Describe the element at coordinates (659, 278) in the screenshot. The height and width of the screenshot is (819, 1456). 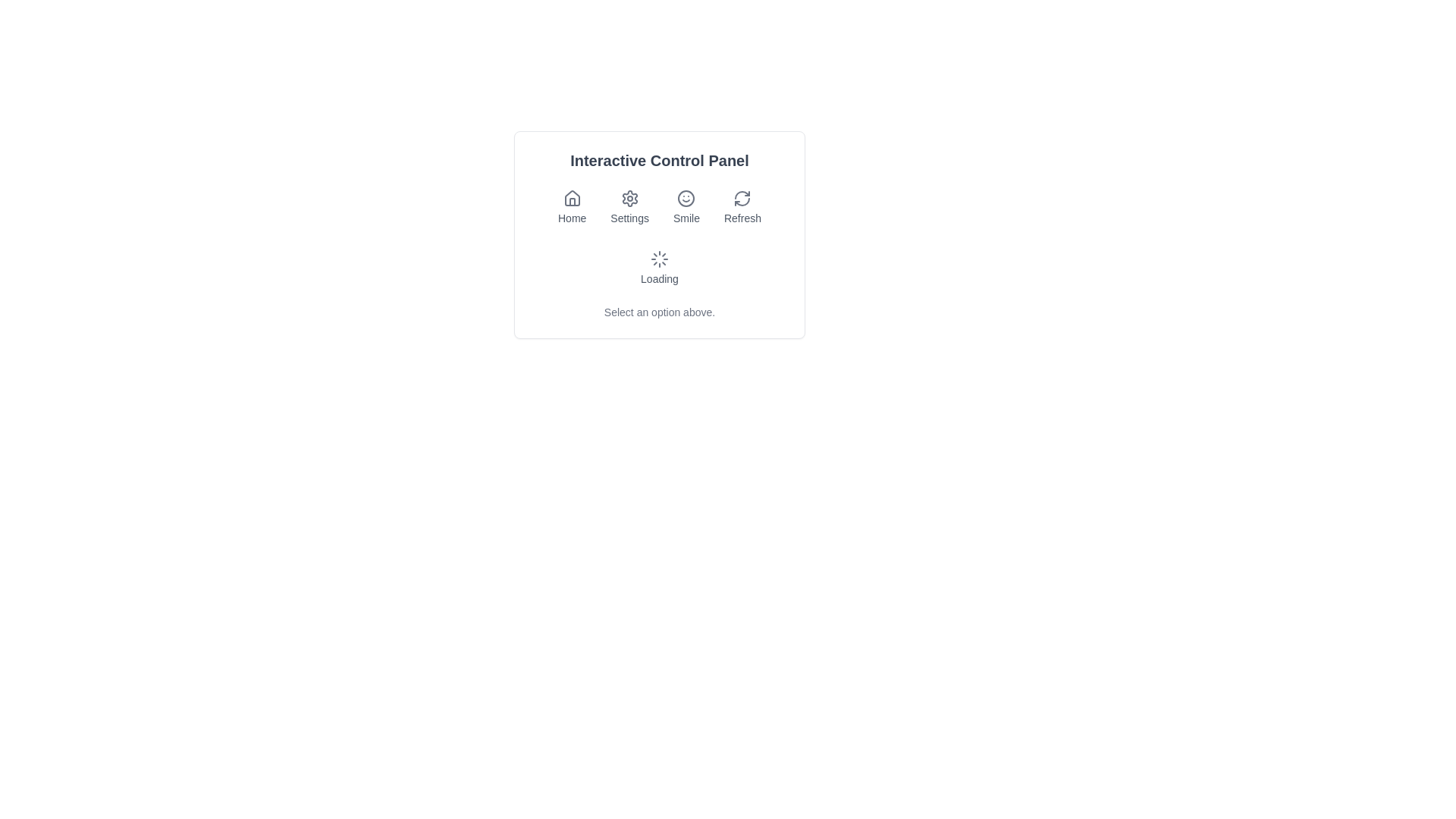
I see `the 'Loading' text label, which informs users that a process is currently in progress, located beneath the spinner icon in the interactive control panel` at that location.